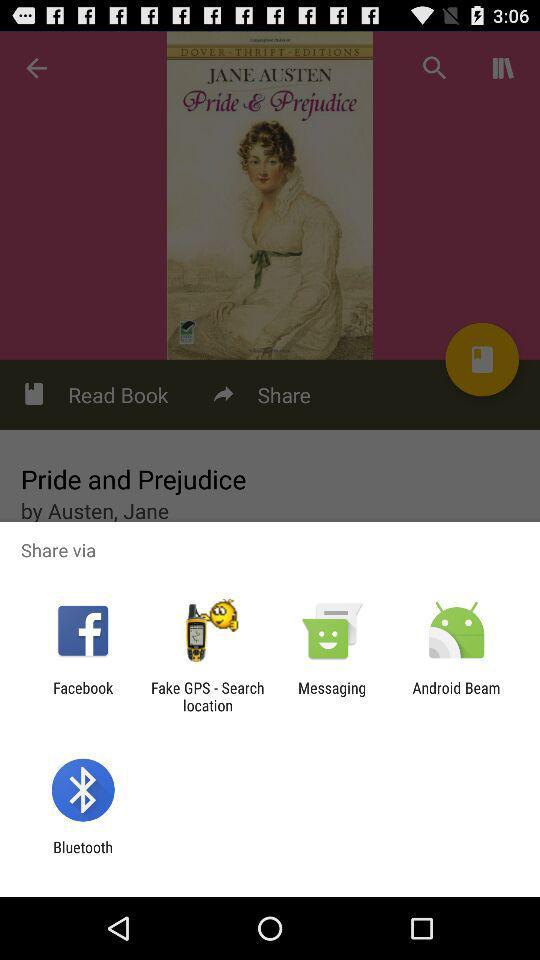 Image resolution: width=540 pixels, height=960 pixels. What do you see at coordinates (82, 696) in the screenshot?
I see `facebook item` at bounding box center [82, 696].